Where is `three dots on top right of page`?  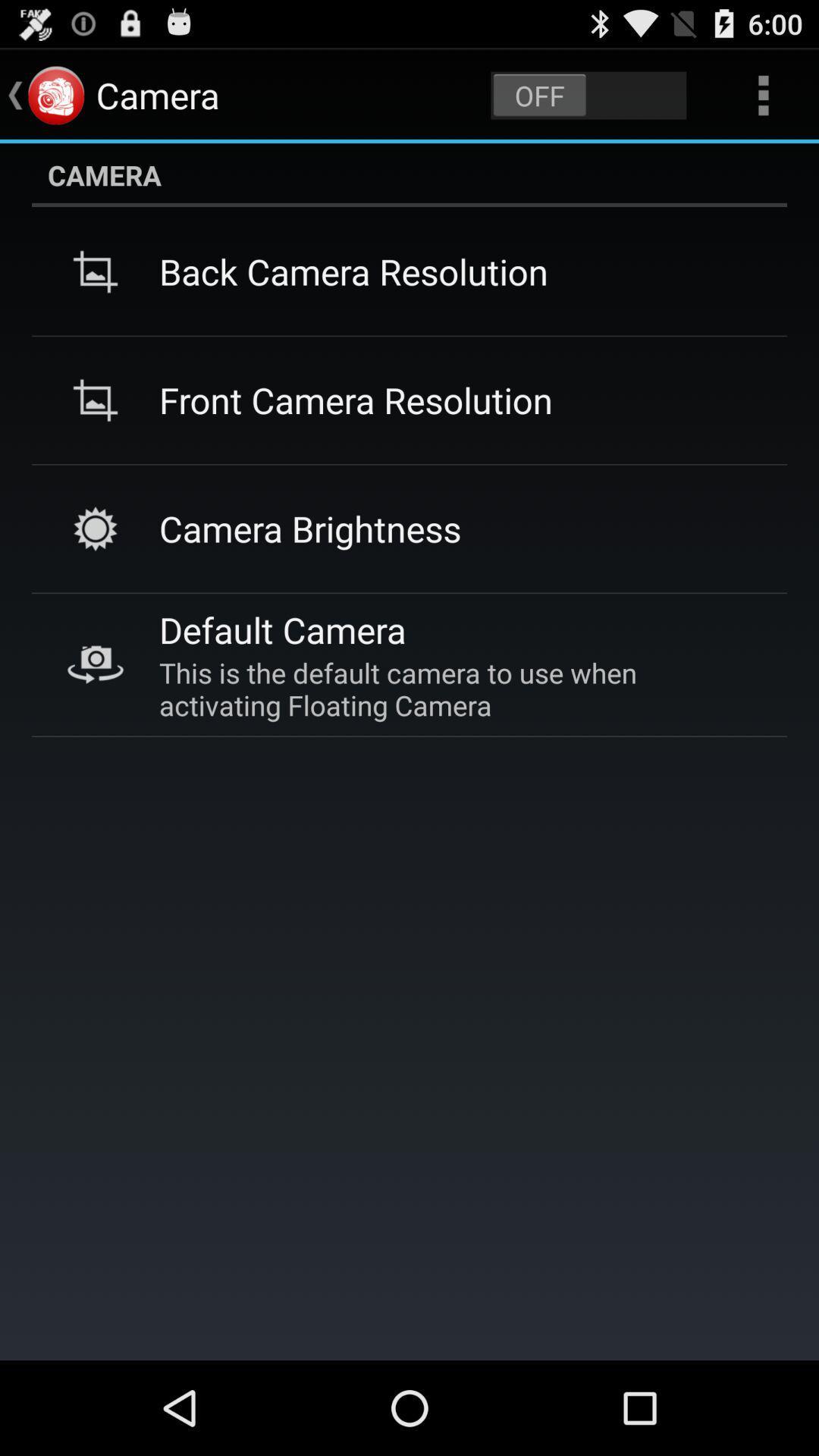
three dots on top right of page is located at coordinates (763, 94).